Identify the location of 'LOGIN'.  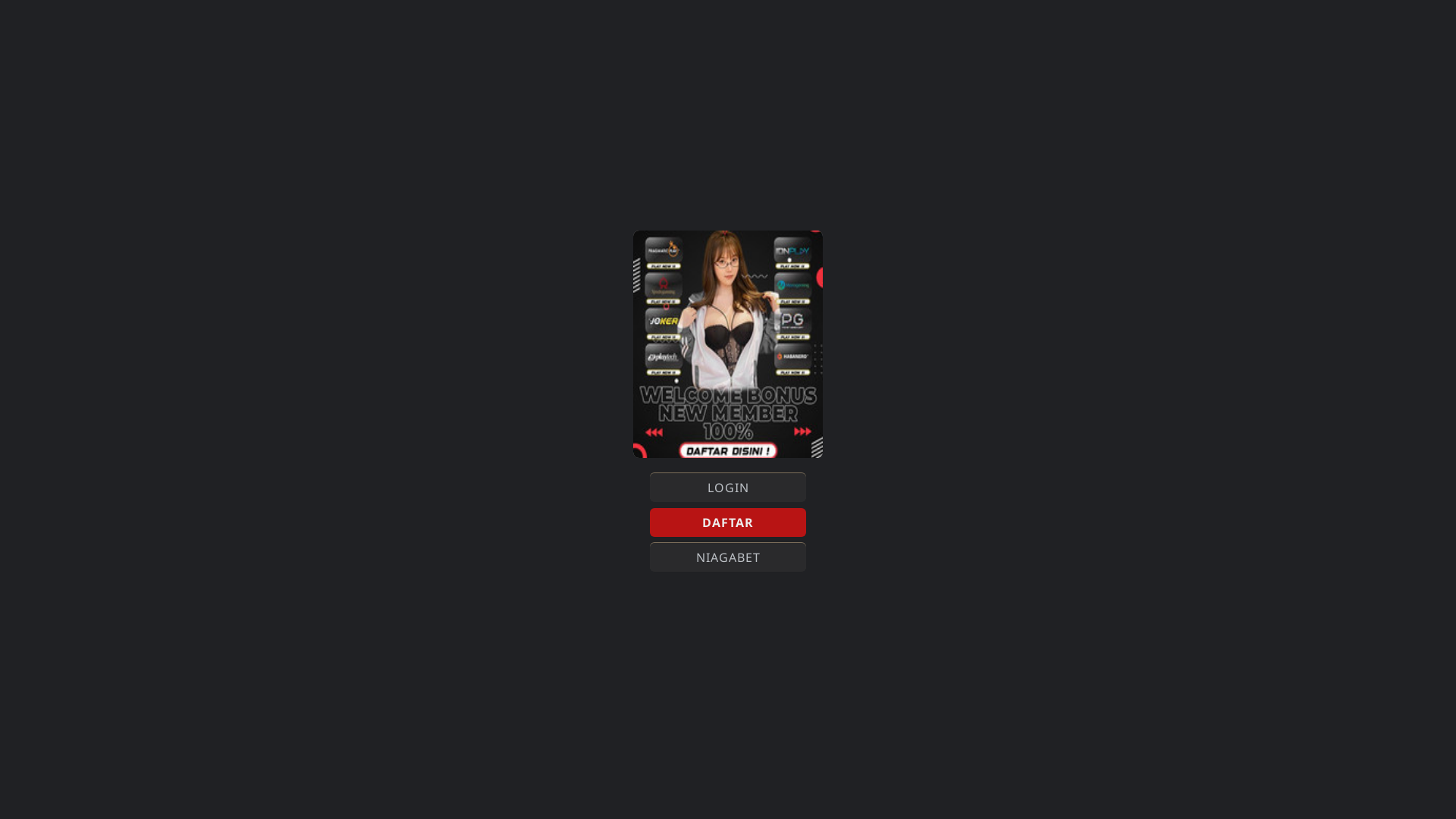
(728, 488).